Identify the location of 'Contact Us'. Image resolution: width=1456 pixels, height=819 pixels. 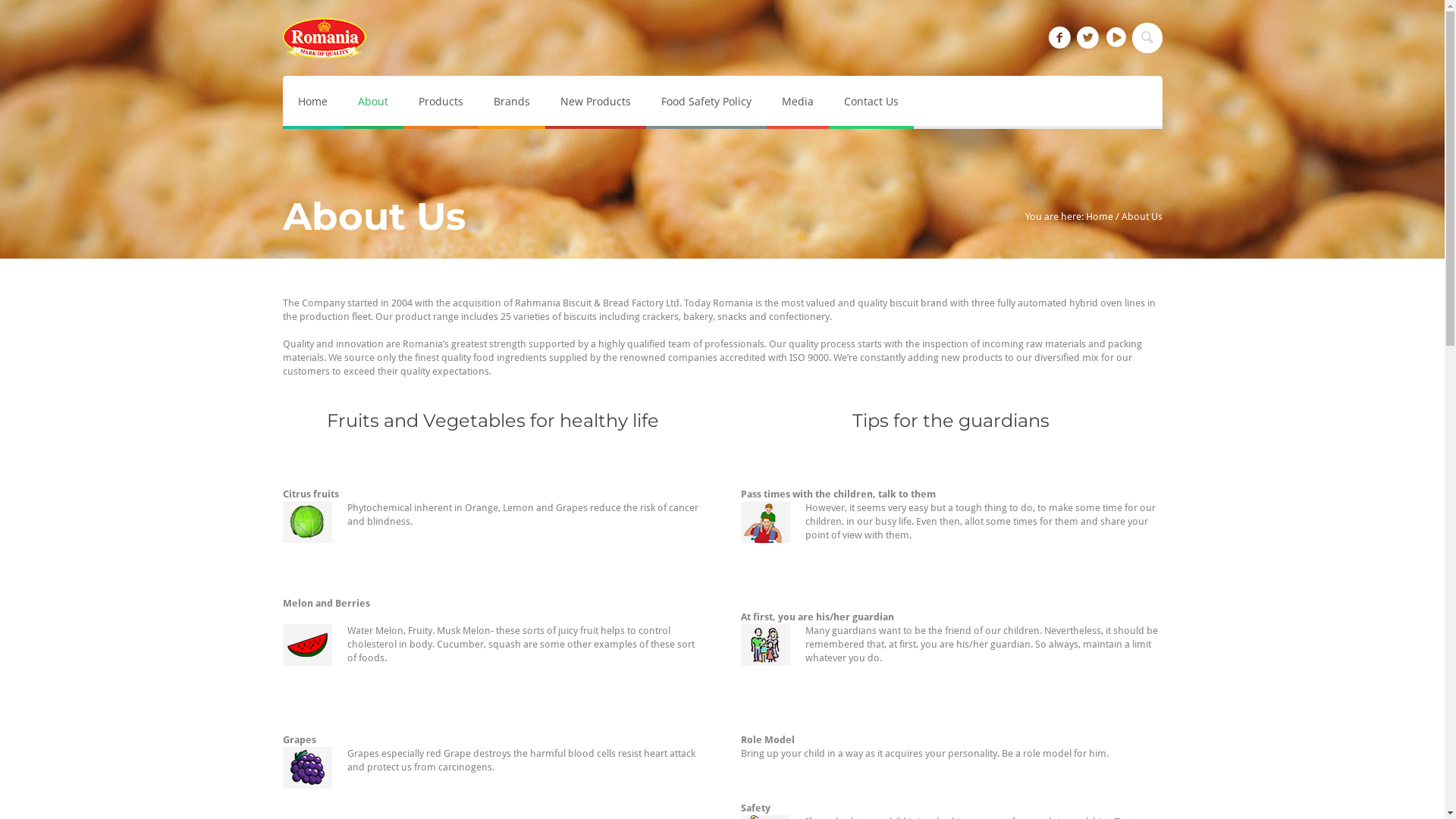
(870, 102).